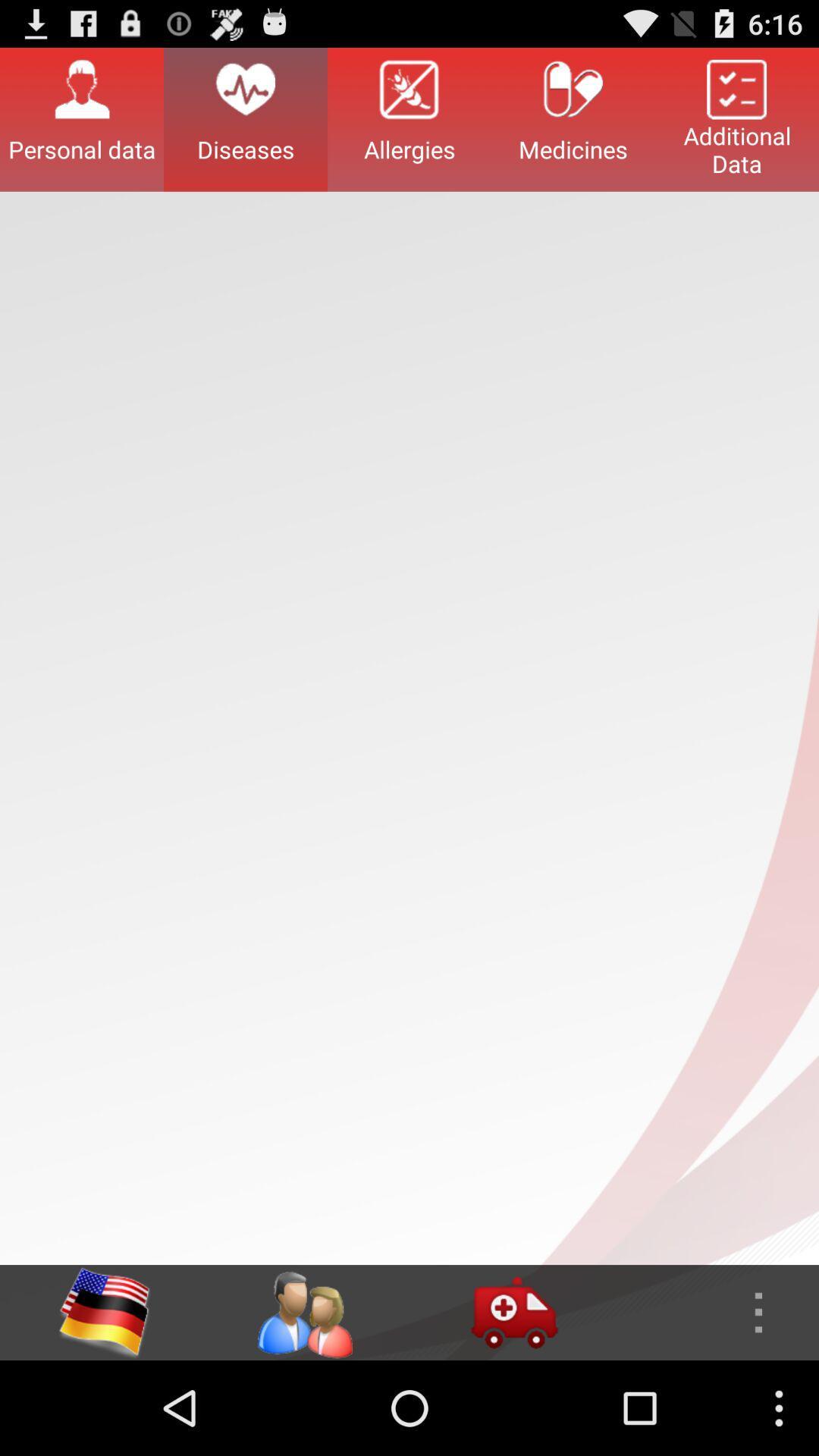  I want to click on the medicines item, so click(573, 118).